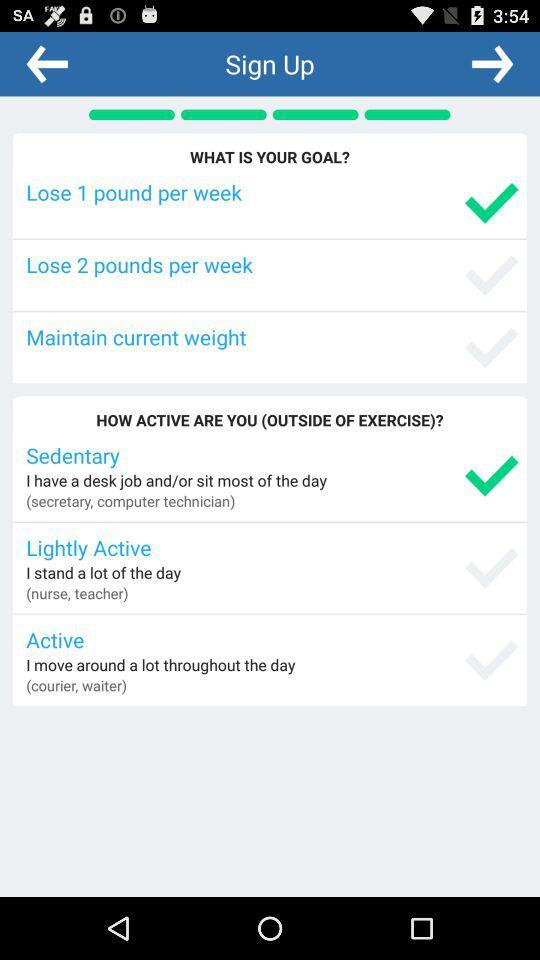 The image size is (540, 960). Describe the element at coordinates (491, 63) in the screenshot. I see `icon next to the sign up icon` at that location.